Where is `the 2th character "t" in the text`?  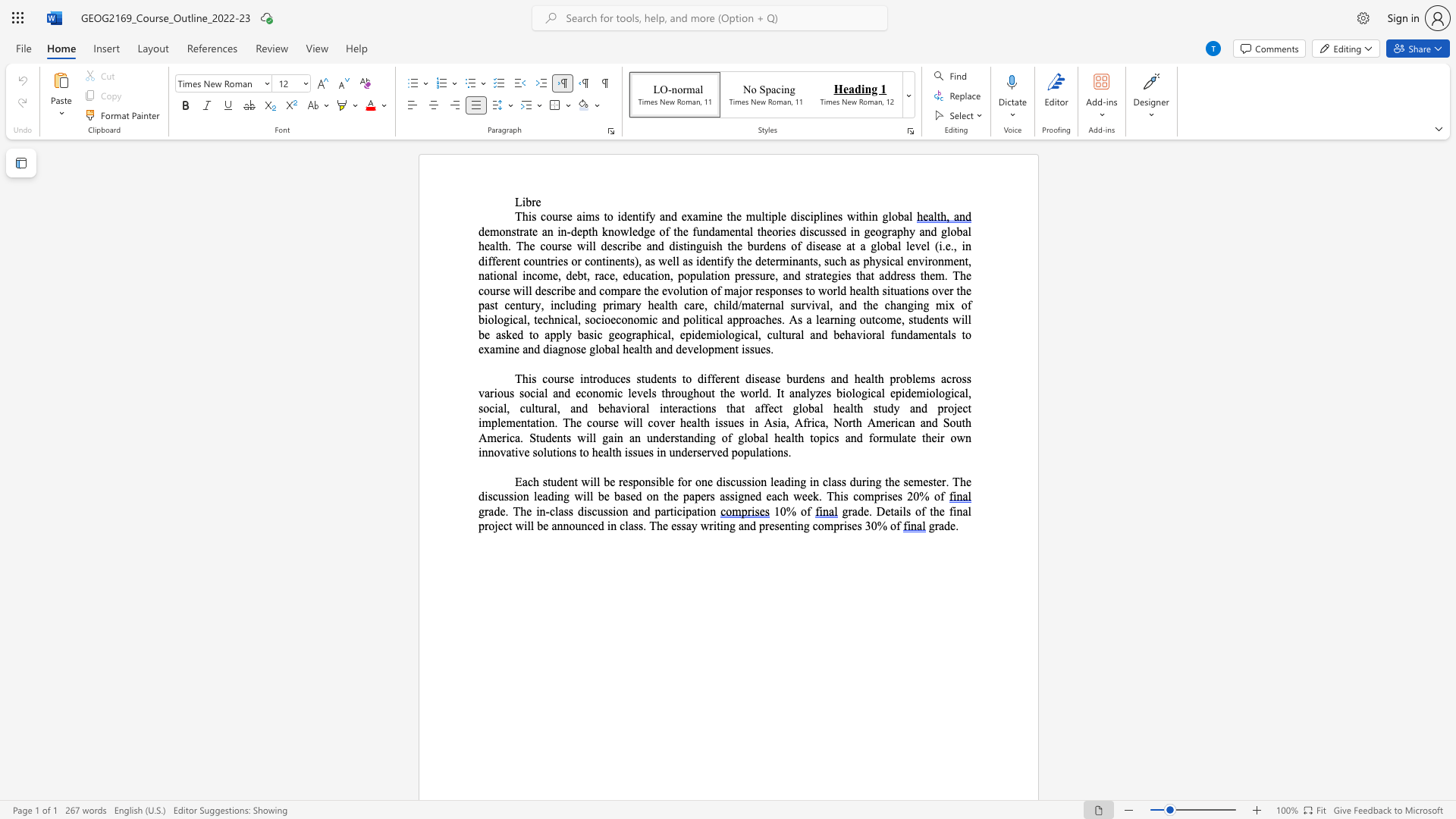 the 2th character "t" in the text is located at coordinates (962, 334).